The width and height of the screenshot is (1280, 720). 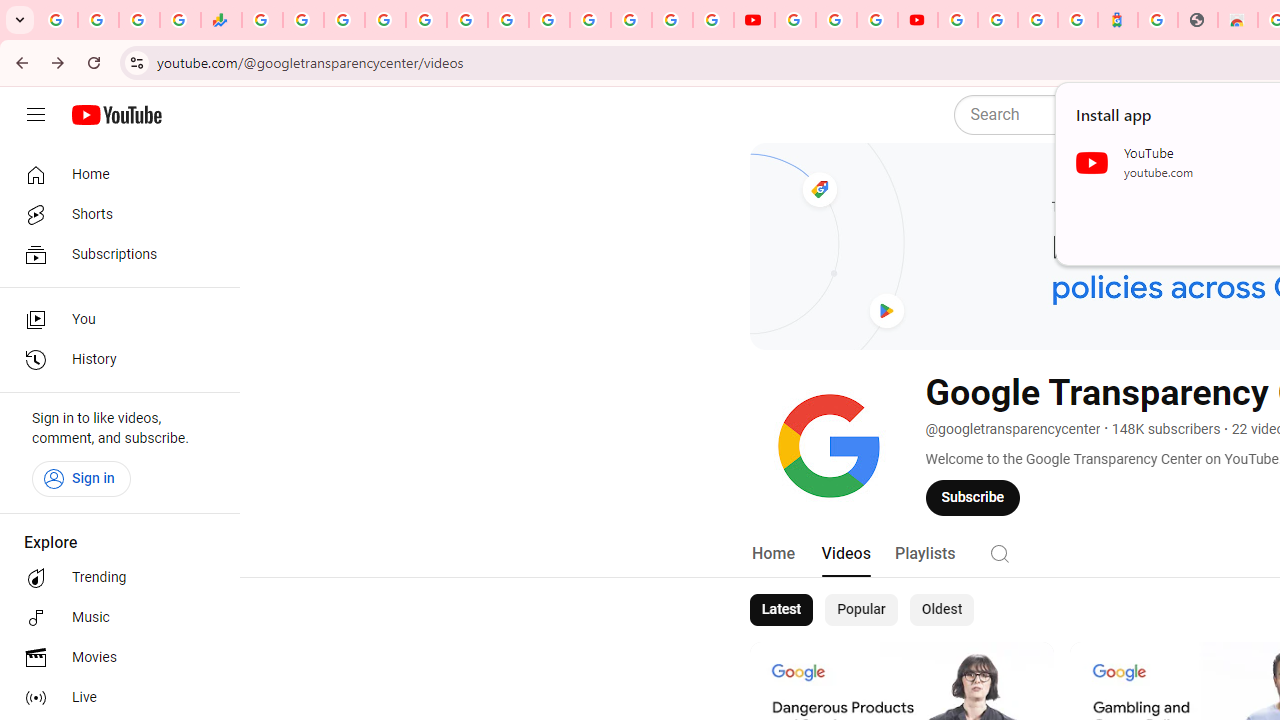 I want to click on 'History', so click(x=112, y=360).